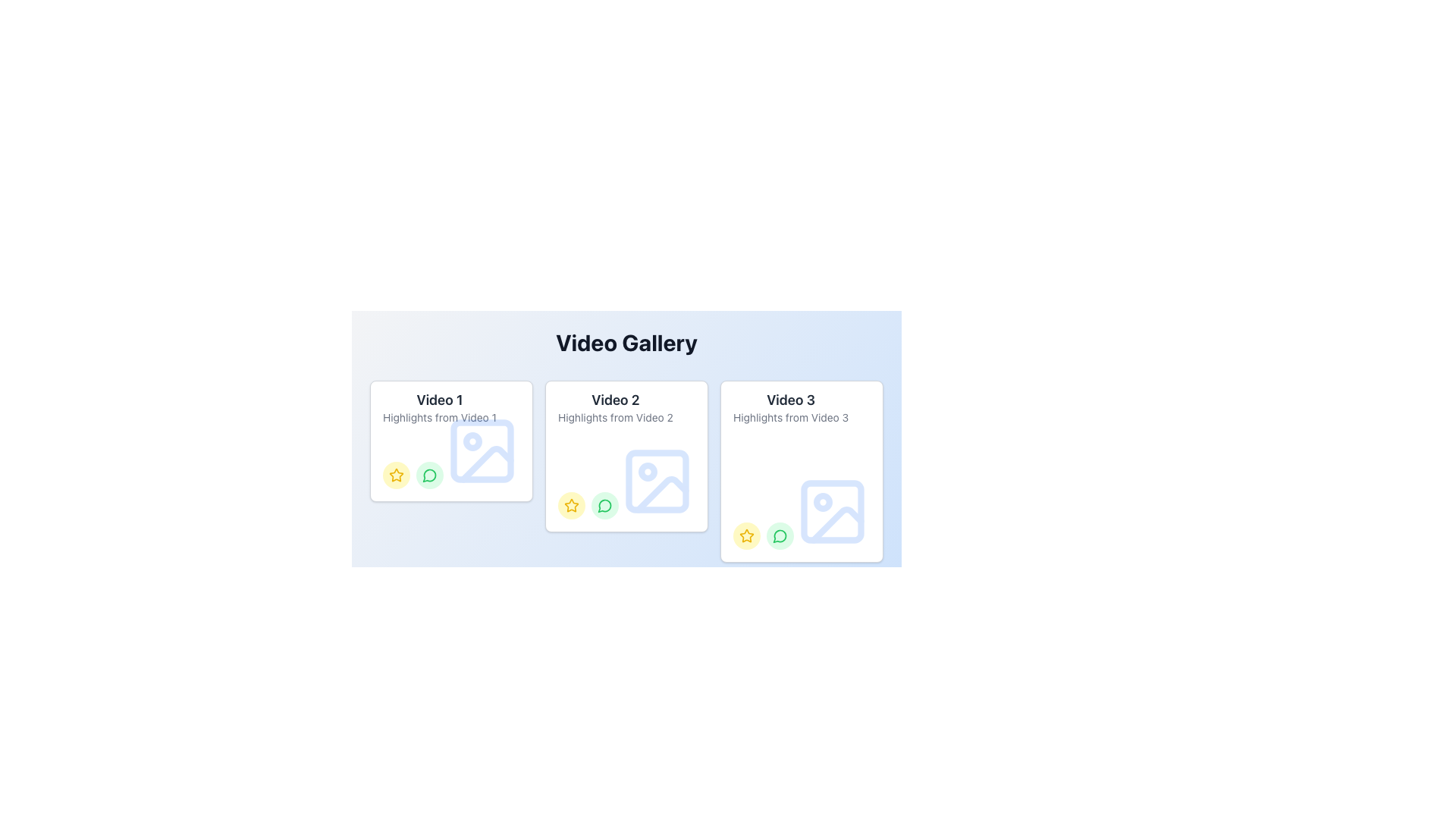  I want to click on the circular messaging icon with a green background and speech bubble shape located below the 'Video 1' card in the 'Video Gallery' section, to the right of the yellow star icon, so click(428, 475).